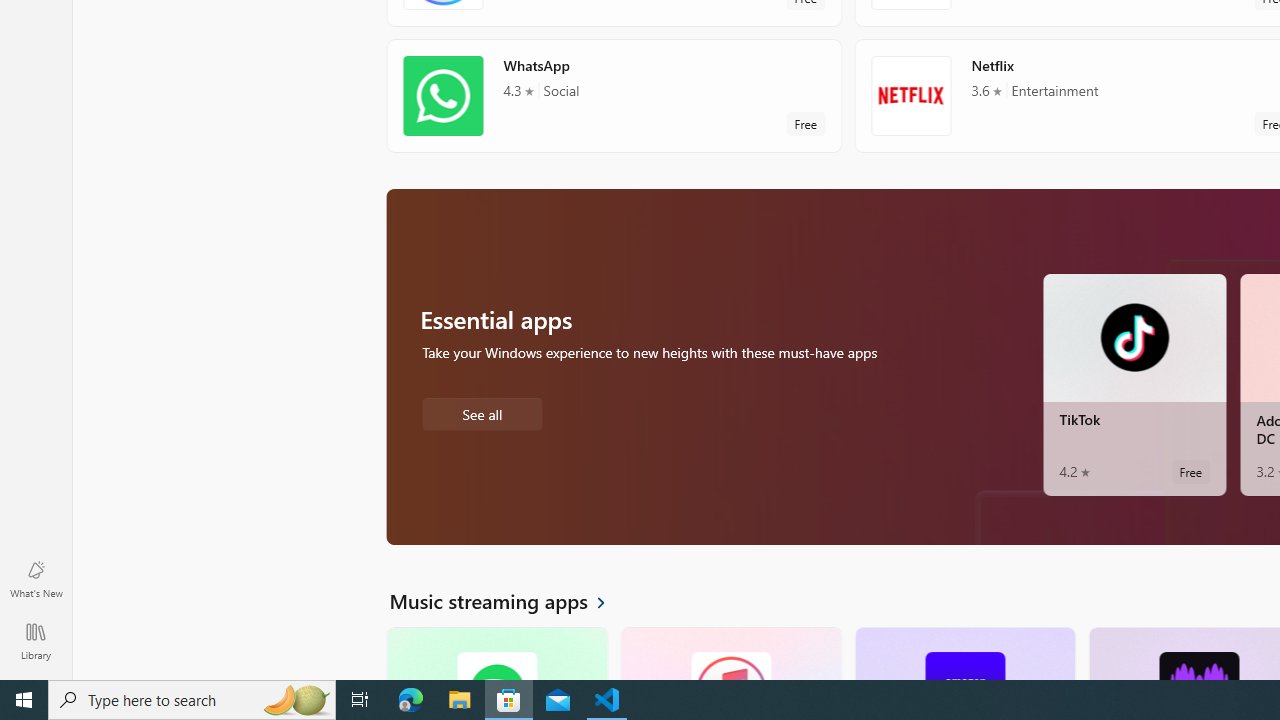 The height and width of the screenshot is (720, 1280). I want to click on 'iTunes. Average rating of 2.5 out of five stars. Free  ', so click(729, 653).